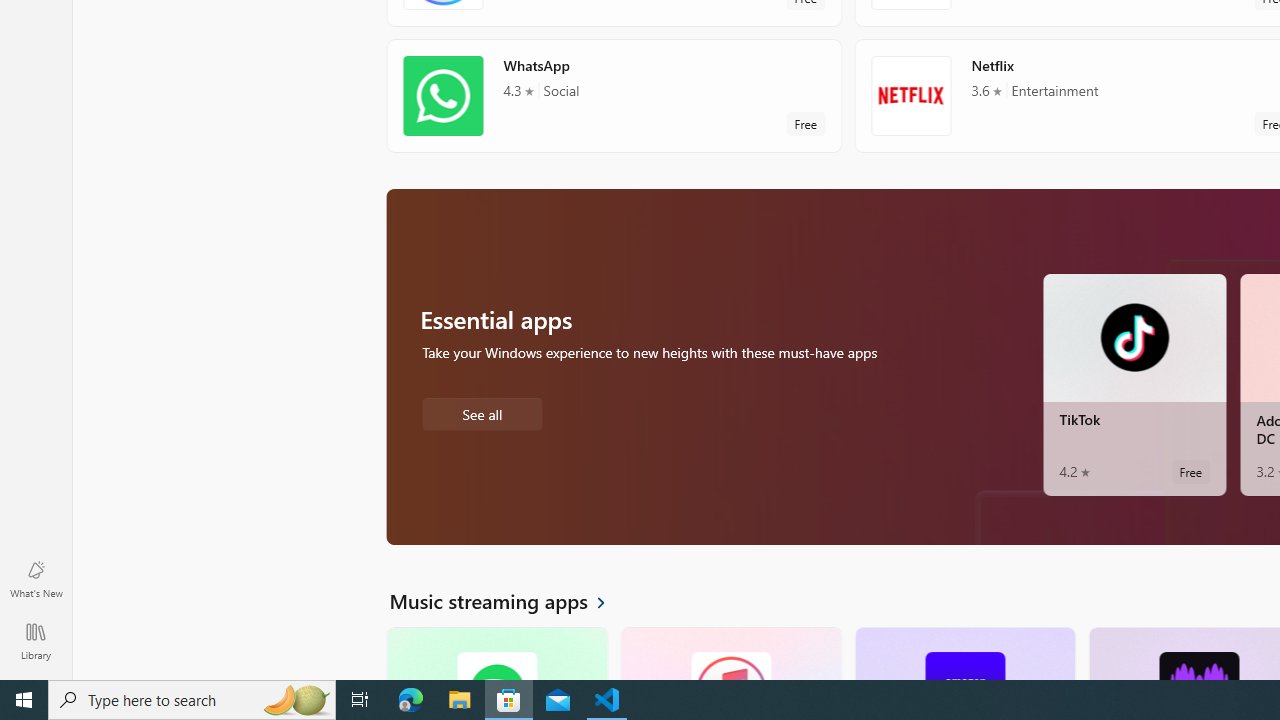 The height and width of the screenshot is (720, 1280). I want to click on 'iTunes. Average rating of 2.5 out of five stars. Free  ', so click(729, 653).